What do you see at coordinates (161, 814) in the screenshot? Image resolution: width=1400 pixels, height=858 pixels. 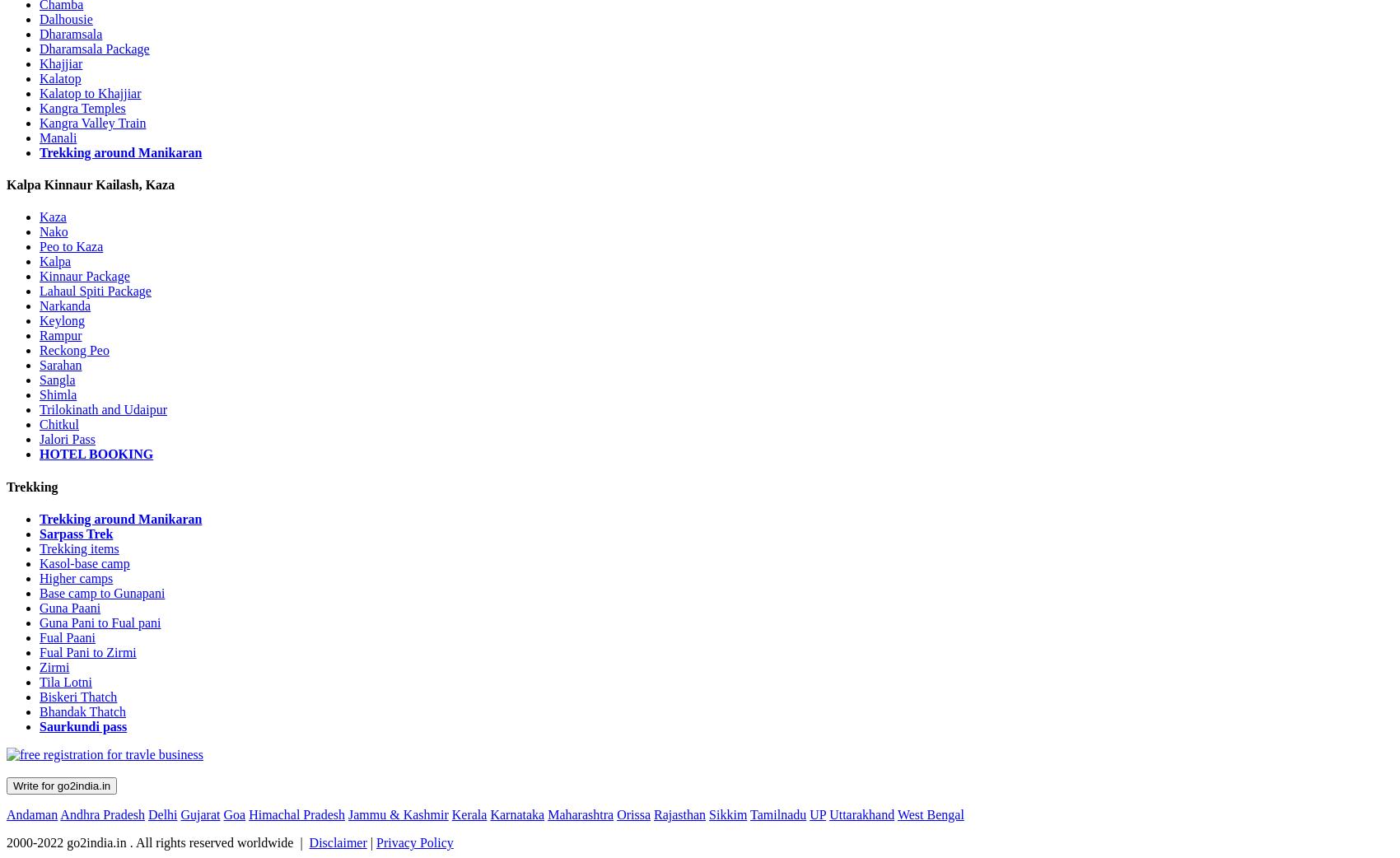 I see `'Delhi'` at bounding box center [161, 814].